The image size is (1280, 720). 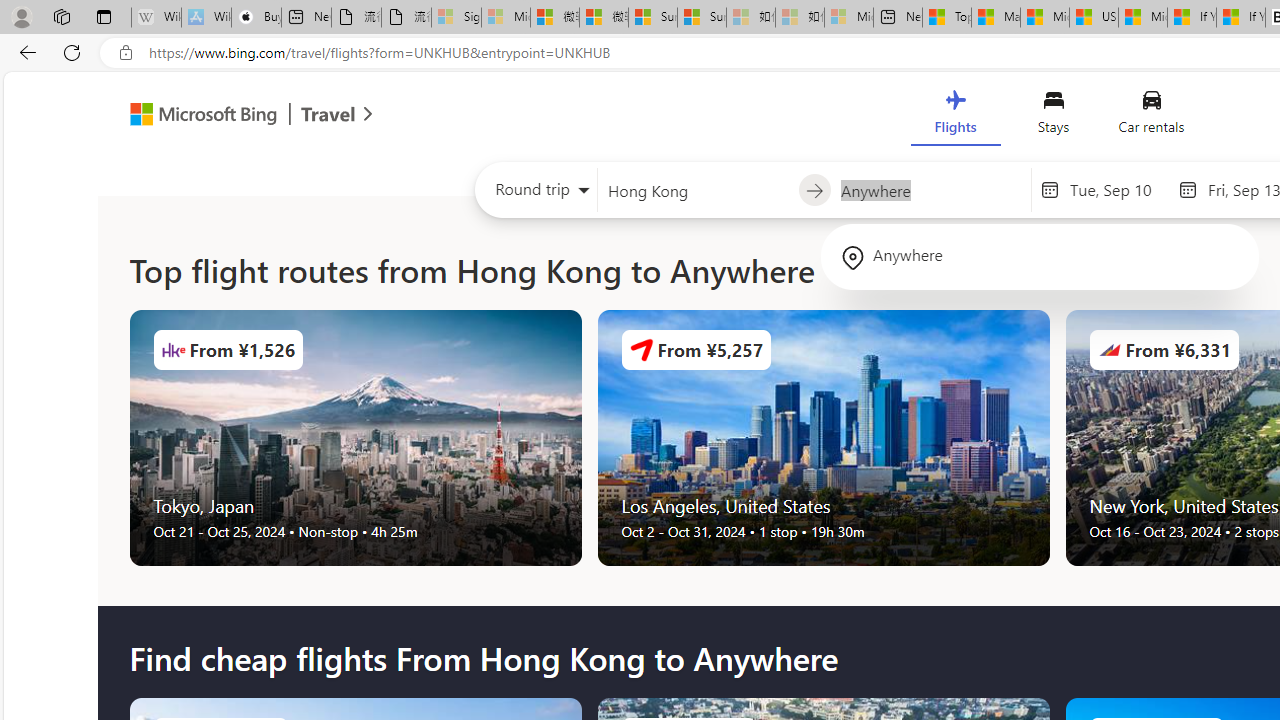 What do you see at coordinates (536, 194) in the screenshot?
I see `'Select trip type'` at bounding box center [536, 194].